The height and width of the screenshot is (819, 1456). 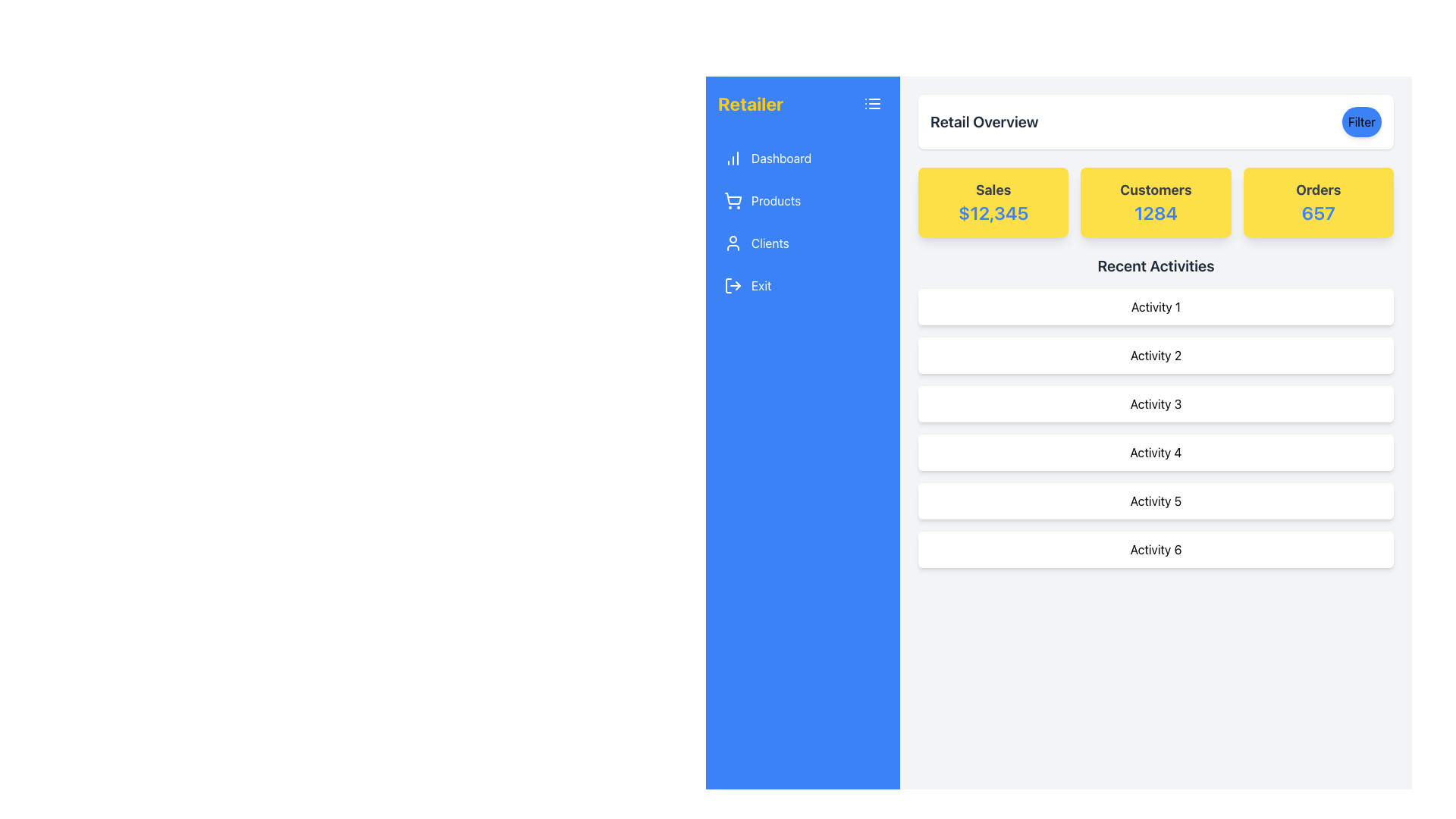 What do you see at coordinates (1317, 213) in the screenshot?
I see `the prominent blue numeral value '657' displayed in a large font size within a rectangular yellow background, positioned beneath the smaller text 'Orders'` at bounding box center [1317, 213].